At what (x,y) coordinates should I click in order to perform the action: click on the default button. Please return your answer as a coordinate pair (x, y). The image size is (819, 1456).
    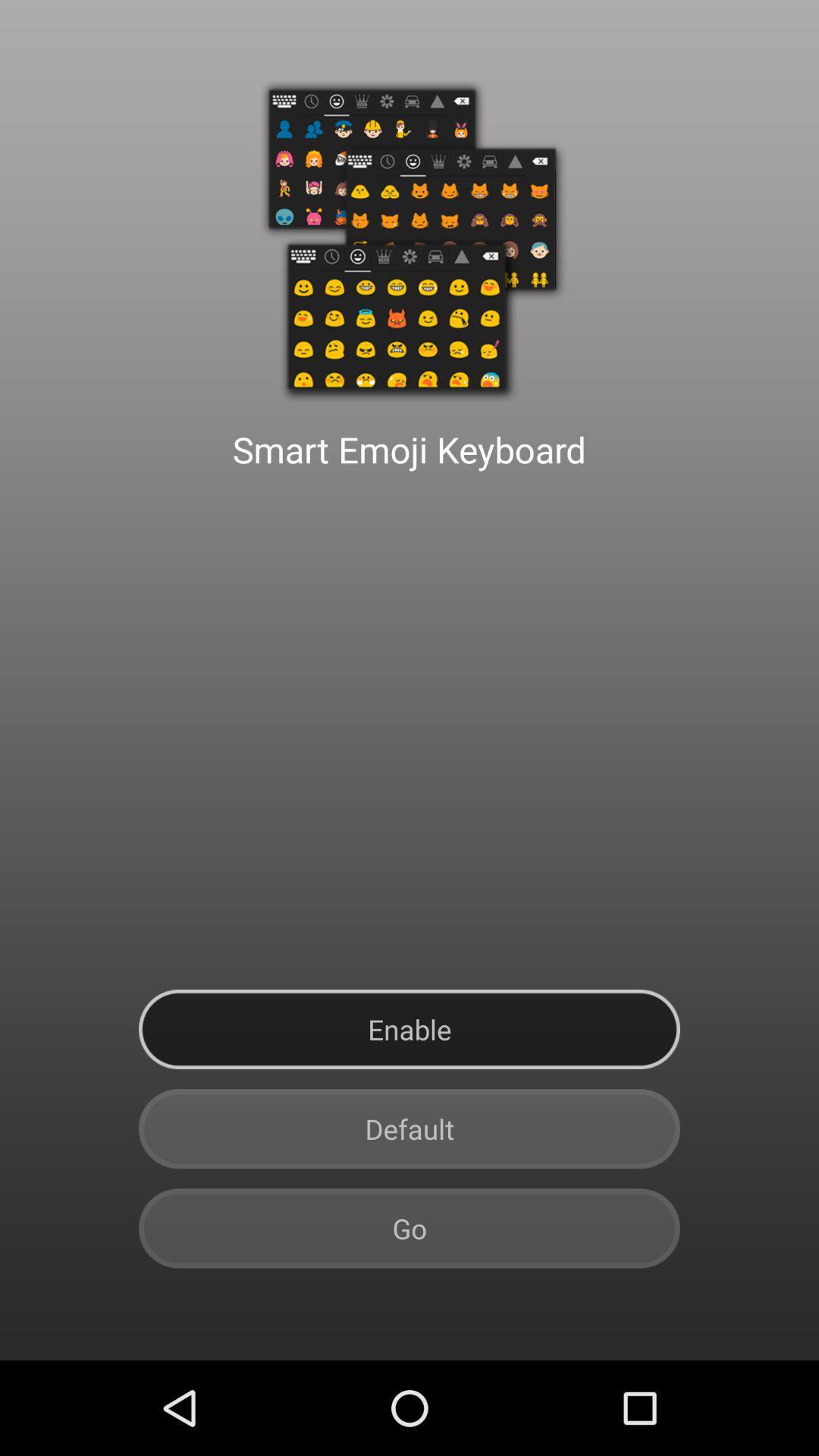
    Looking at the image, I should click on (409, 1128).